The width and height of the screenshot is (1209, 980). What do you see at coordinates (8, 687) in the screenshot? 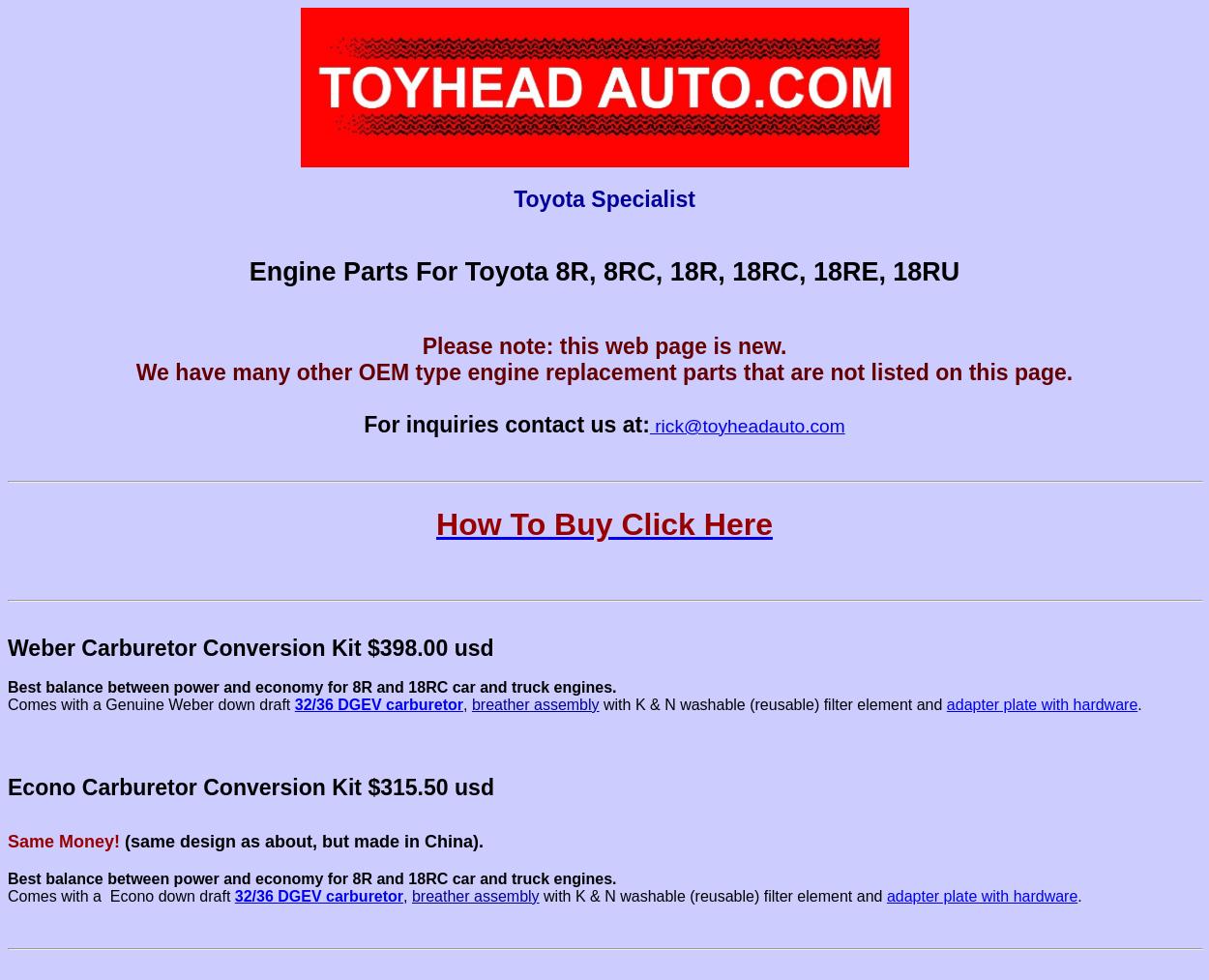
I see `'Best
            balance between power and economy'` at bounding box center [8, 687].